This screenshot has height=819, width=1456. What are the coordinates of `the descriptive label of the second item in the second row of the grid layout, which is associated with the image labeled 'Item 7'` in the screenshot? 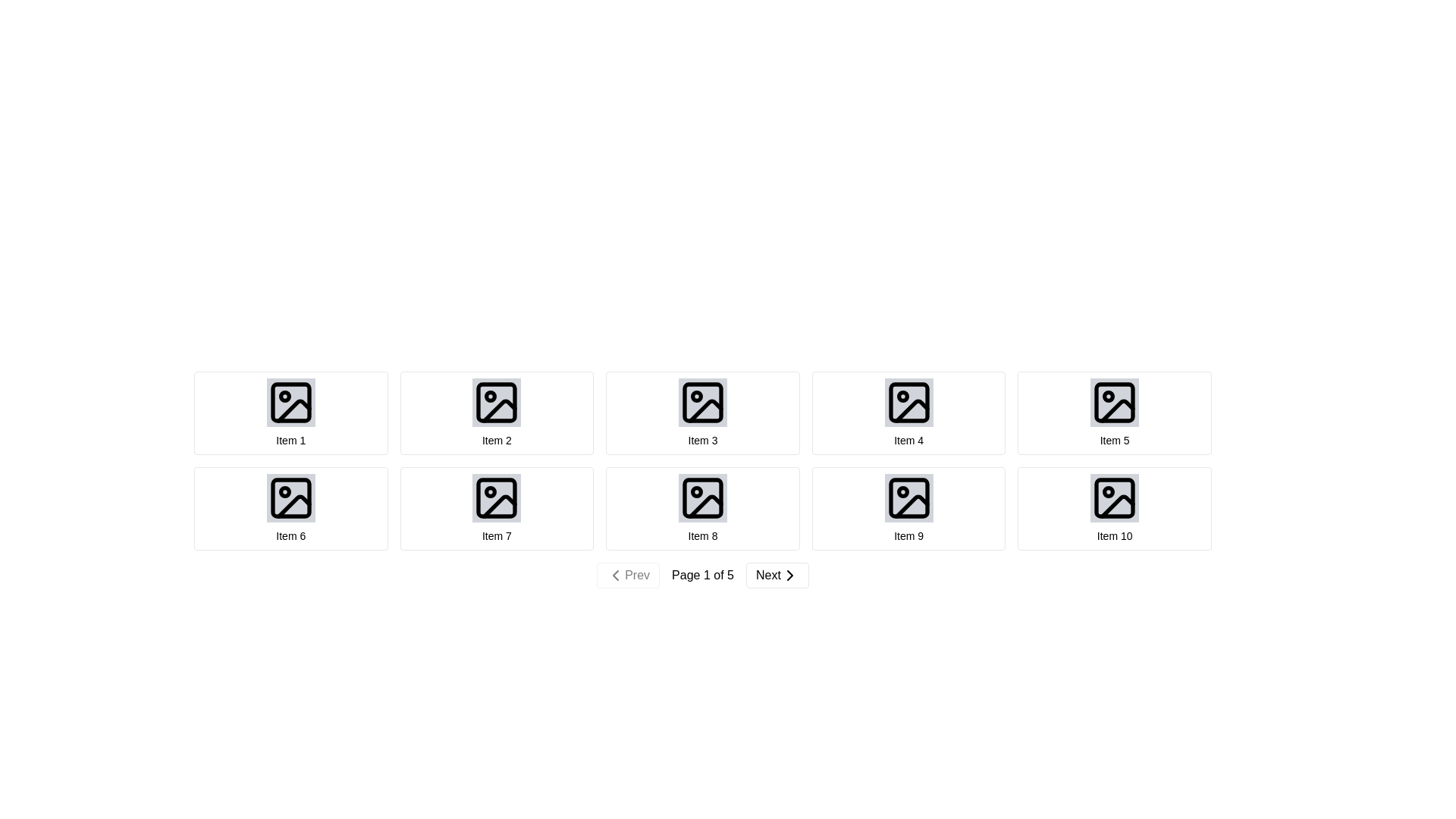 It's located at (497, 535).